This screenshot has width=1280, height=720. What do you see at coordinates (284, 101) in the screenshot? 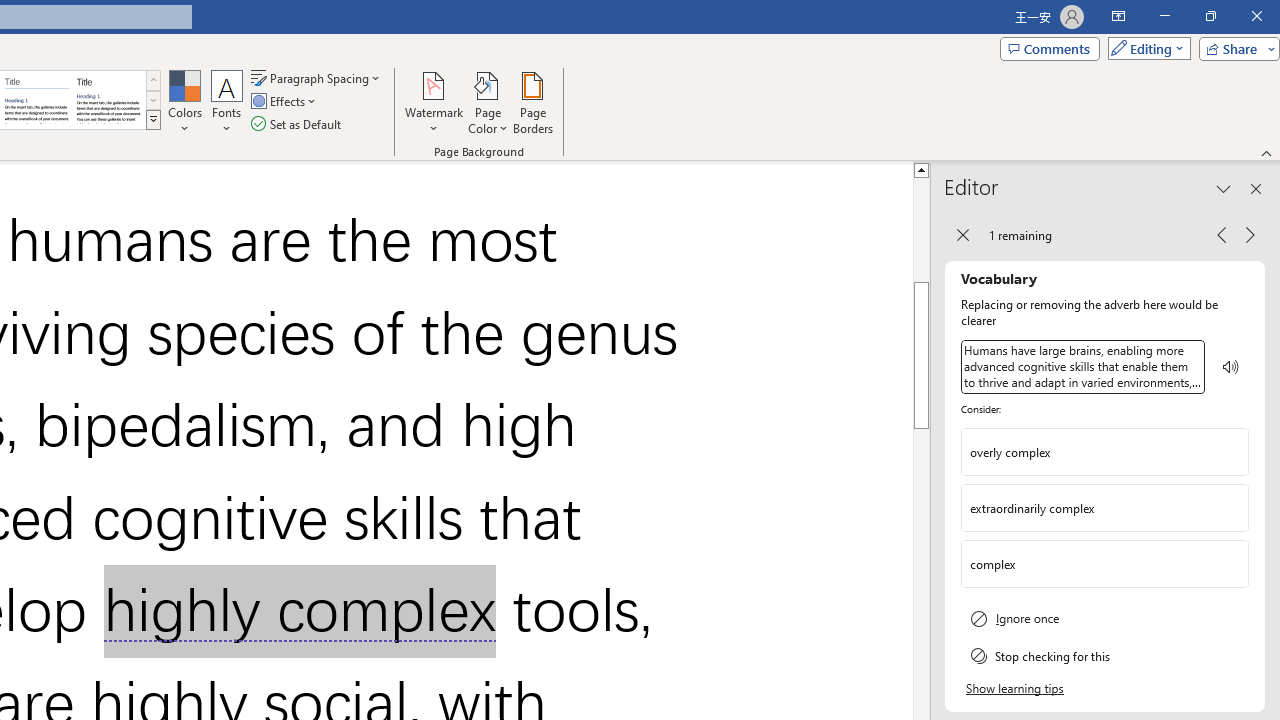
I see `'Effects'` at bounding box center [284, 101].